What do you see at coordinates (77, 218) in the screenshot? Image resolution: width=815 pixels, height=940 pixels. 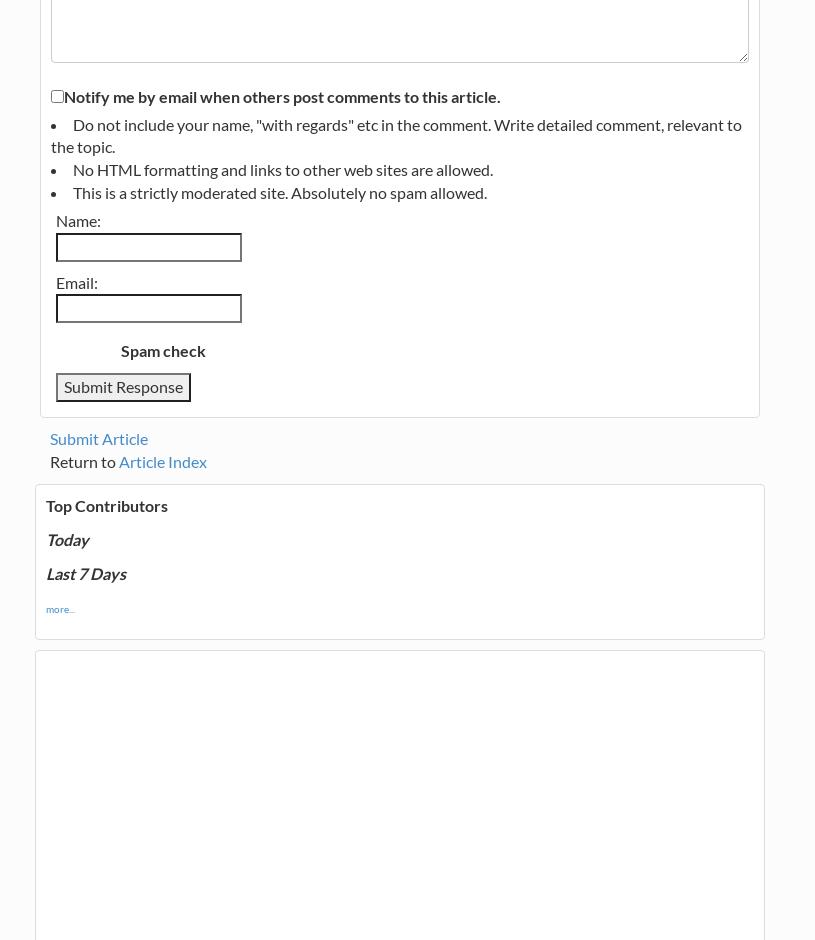 I see `'Name:'` at bounding box center [77, 218].